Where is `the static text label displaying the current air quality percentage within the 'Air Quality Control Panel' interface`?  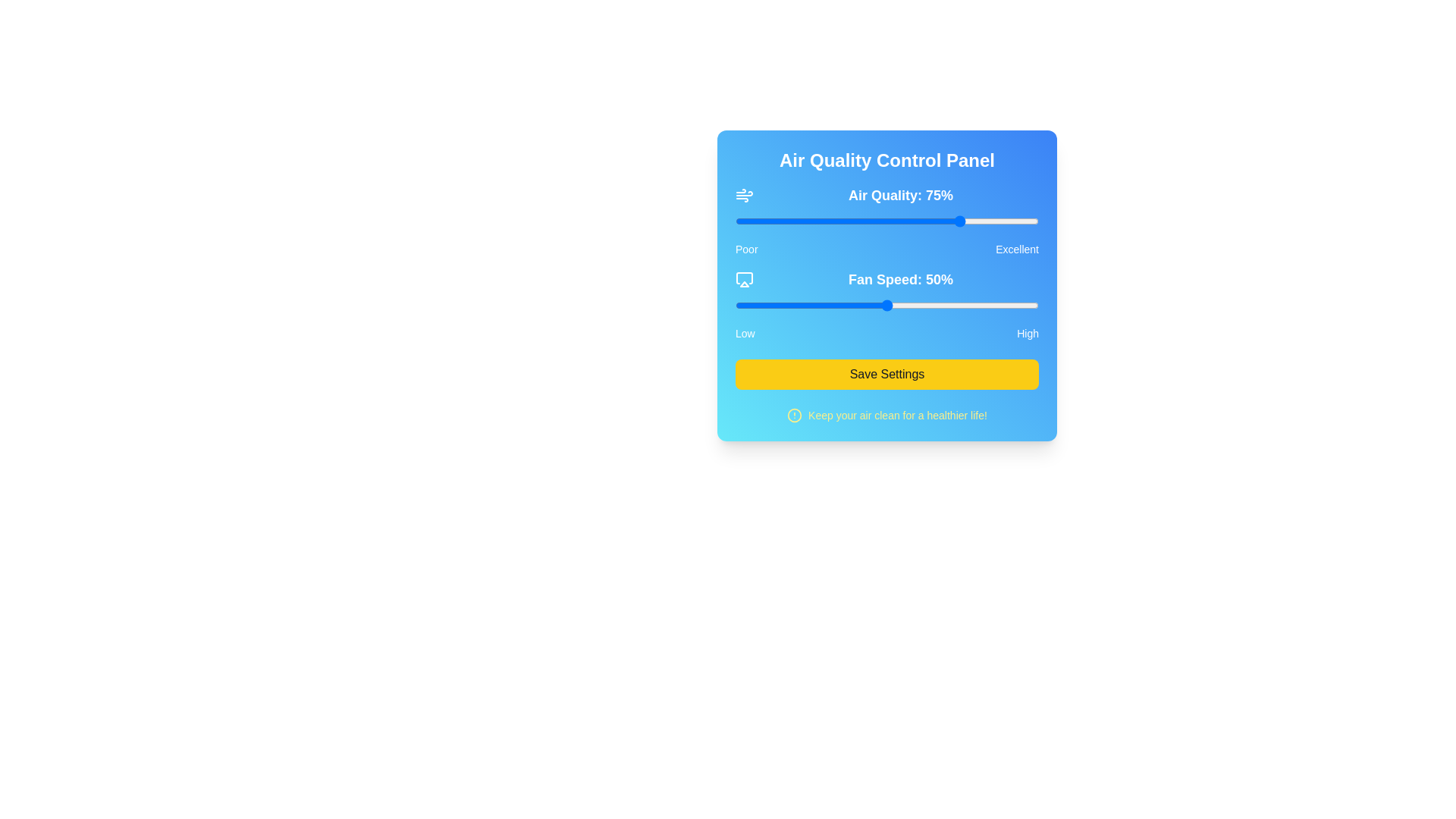 the static text label displaying the current air quality percentage within the 'Air Quality Control Panel' interface is located at coordinates (901, 195).